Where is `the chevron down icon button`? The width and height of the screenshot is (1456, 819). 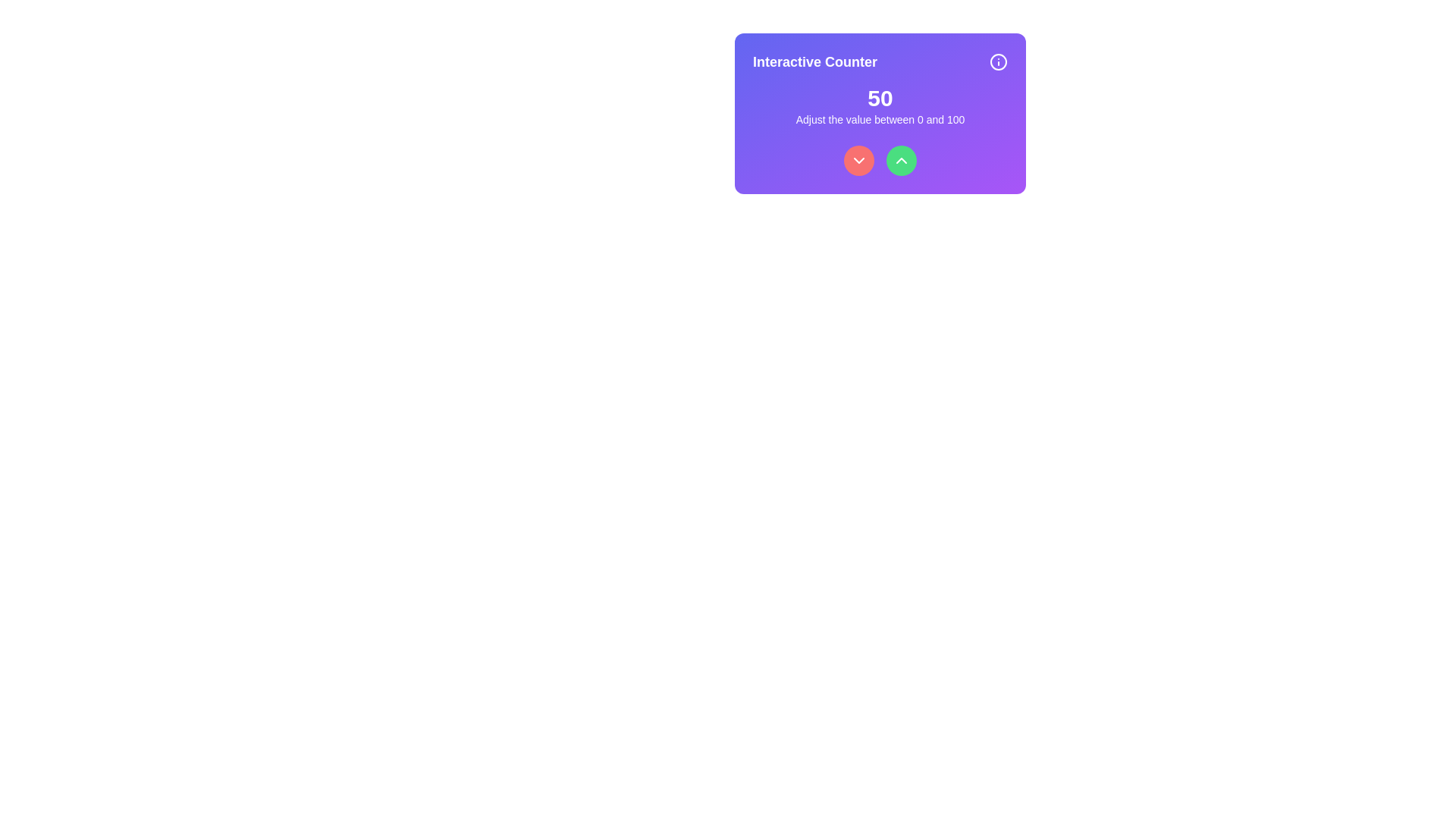
the chevron down icon button is located at coordinates (858, 161).